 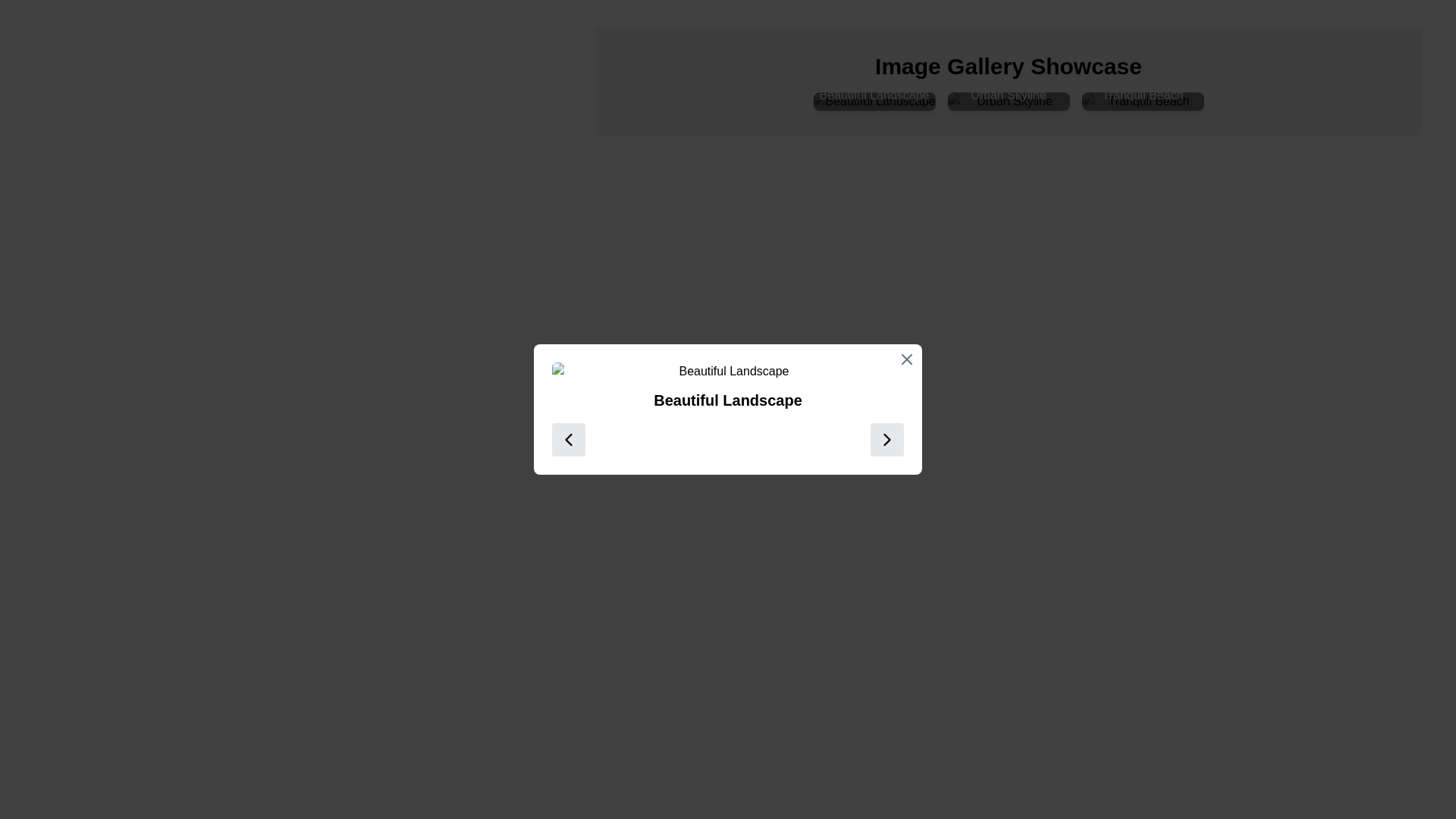 I want to click on the navigational icon located within the right-side navigation button at the bottom-right corner of the modal window, so click(x=887, y=439).